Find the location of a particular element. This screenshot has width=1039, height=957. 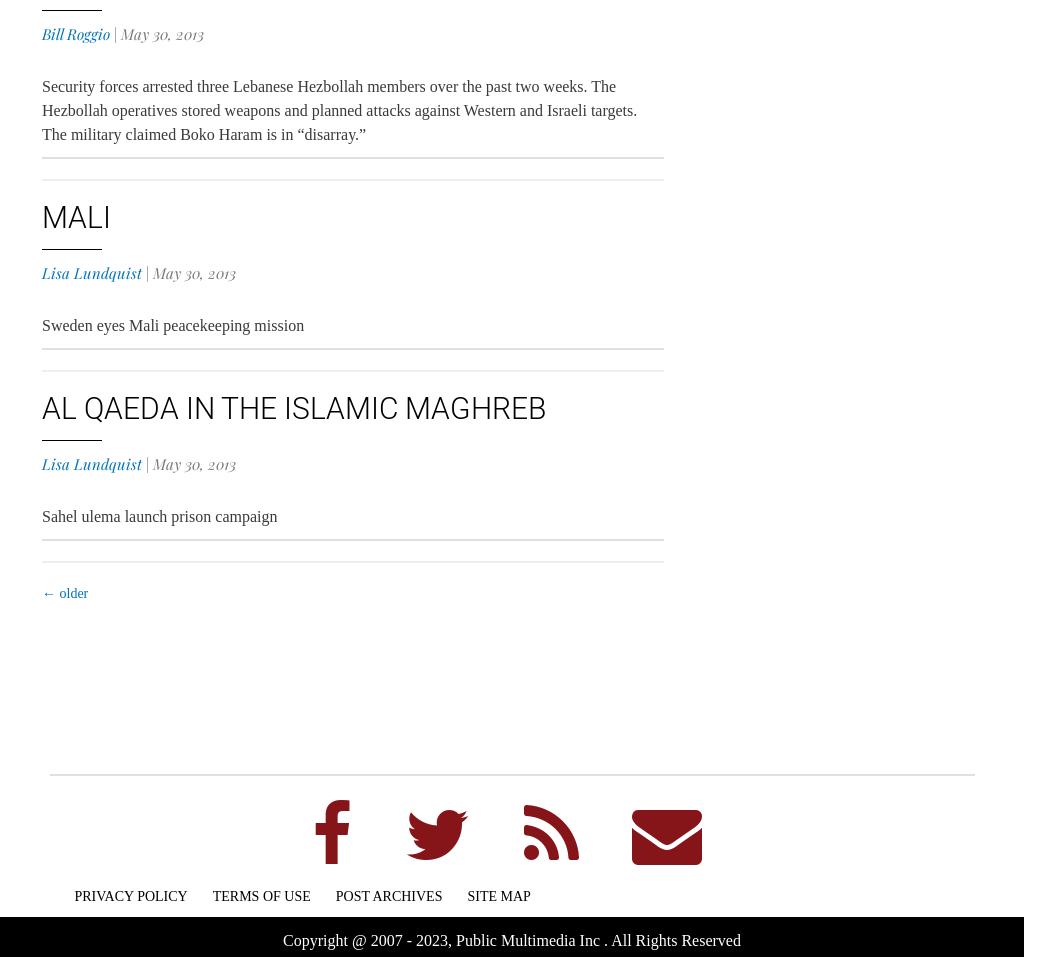

'Bill Roggio' is located at coordinates (74, 32).